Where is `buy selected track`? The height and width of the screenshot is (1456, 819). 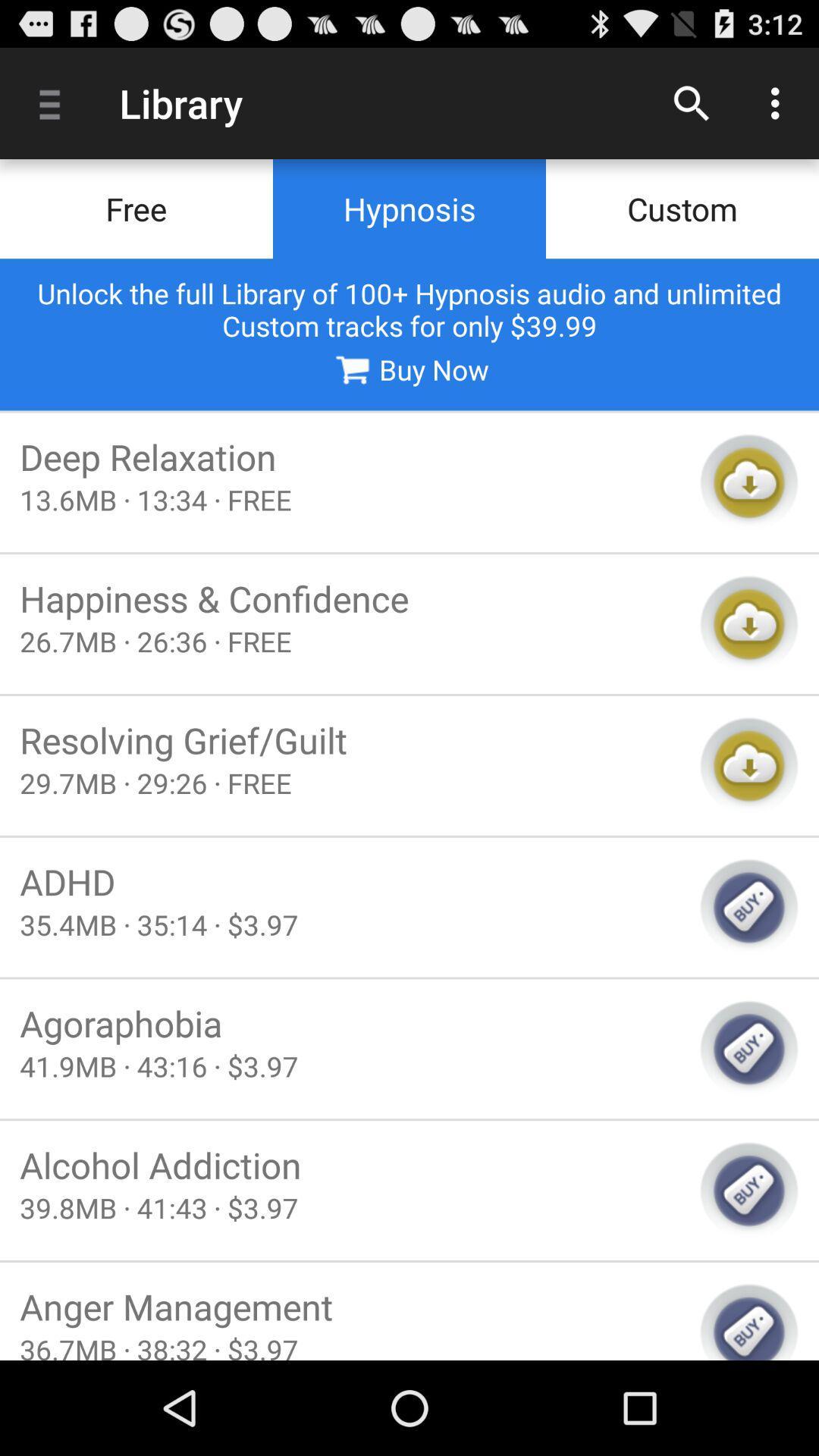
buy selected track is located at coordinates (748, 907).